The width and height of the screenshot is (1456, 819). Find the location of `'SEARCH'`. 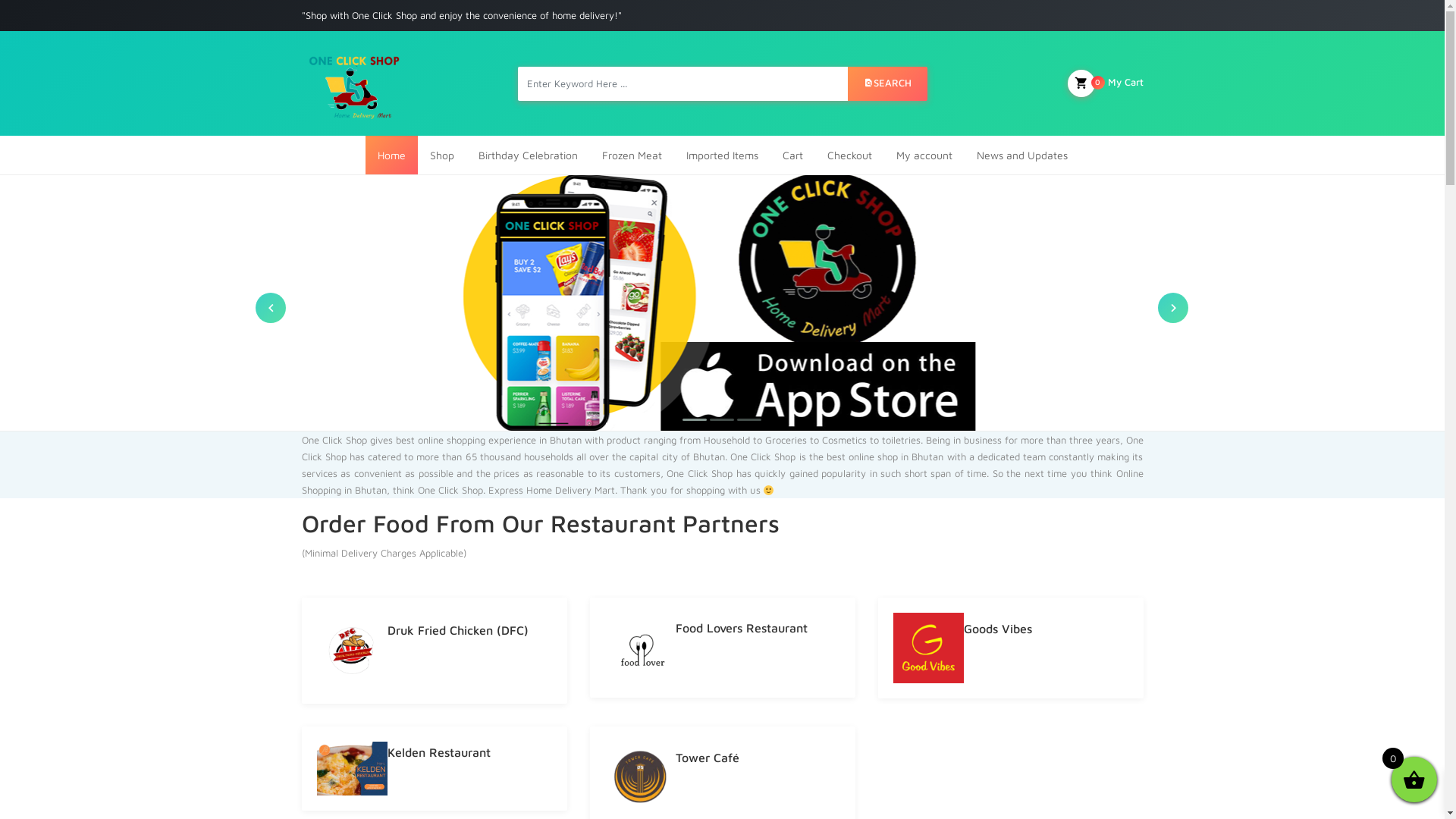

'SEARCH' is located at coordinates (847, 83).